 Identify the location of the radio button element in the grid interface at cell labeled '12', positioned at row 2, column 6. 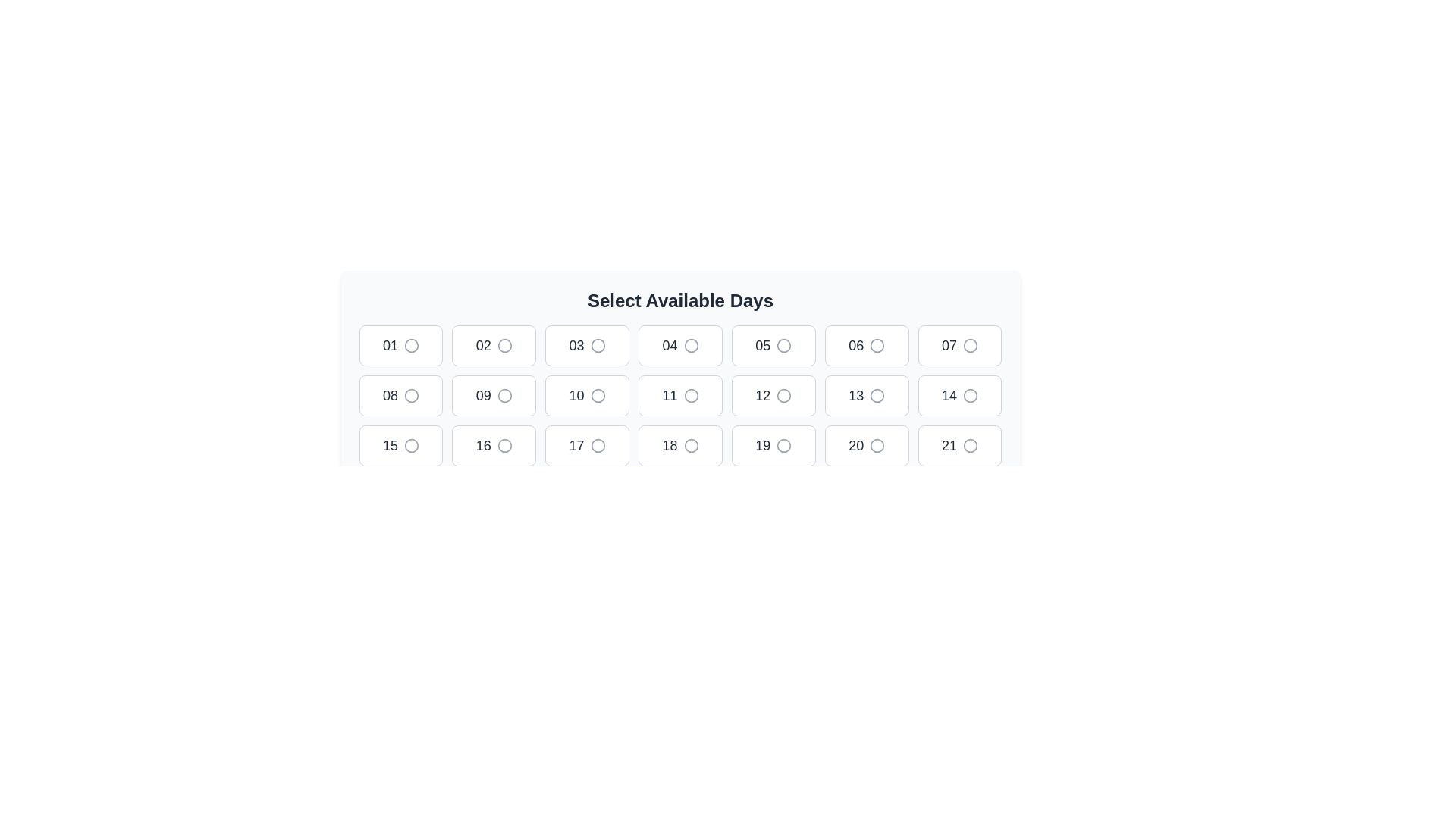
(784, 394).